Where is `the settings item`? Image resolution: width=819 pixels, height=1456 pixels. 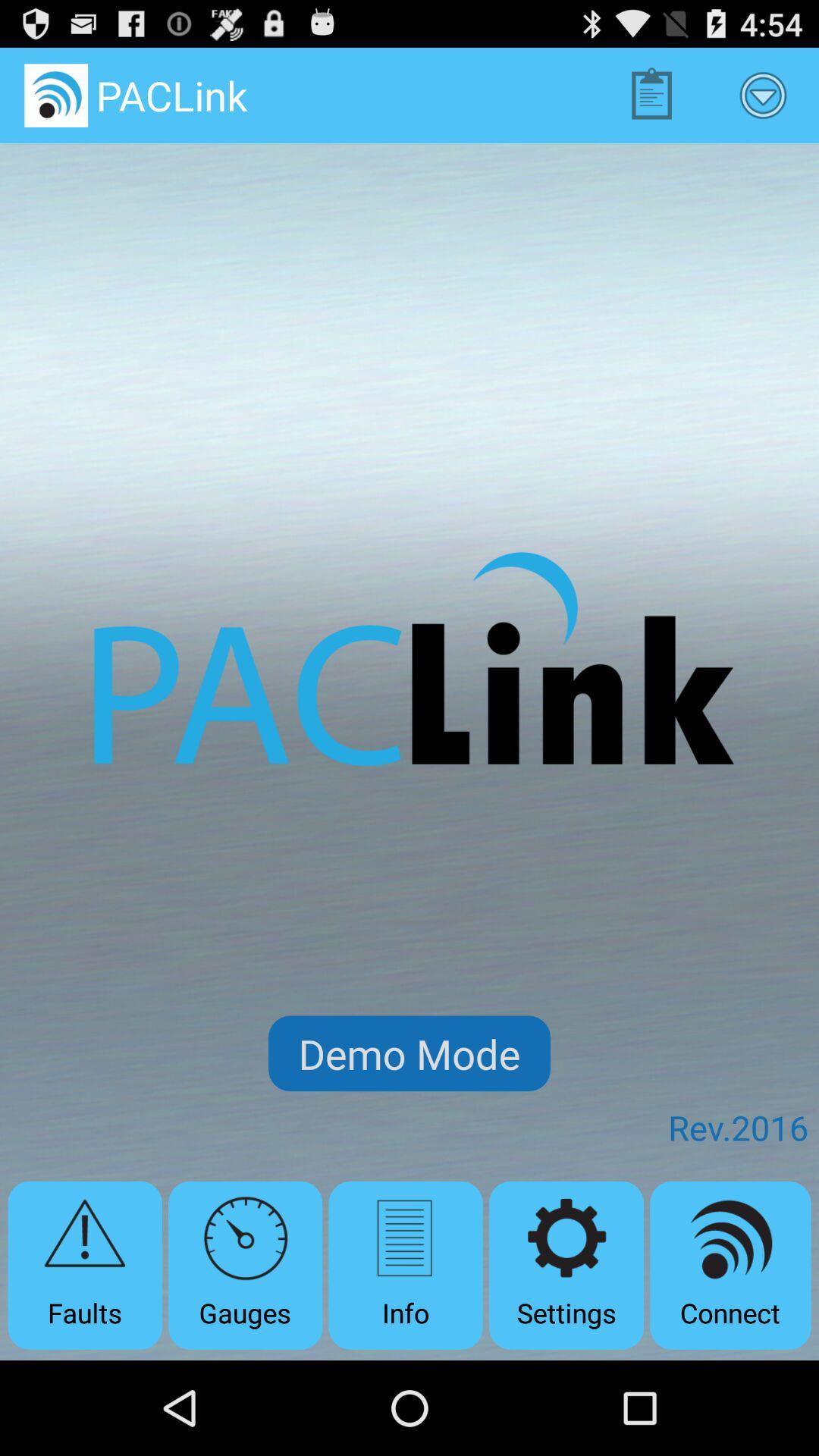 the settings item is located at coordinates (566, 1265).